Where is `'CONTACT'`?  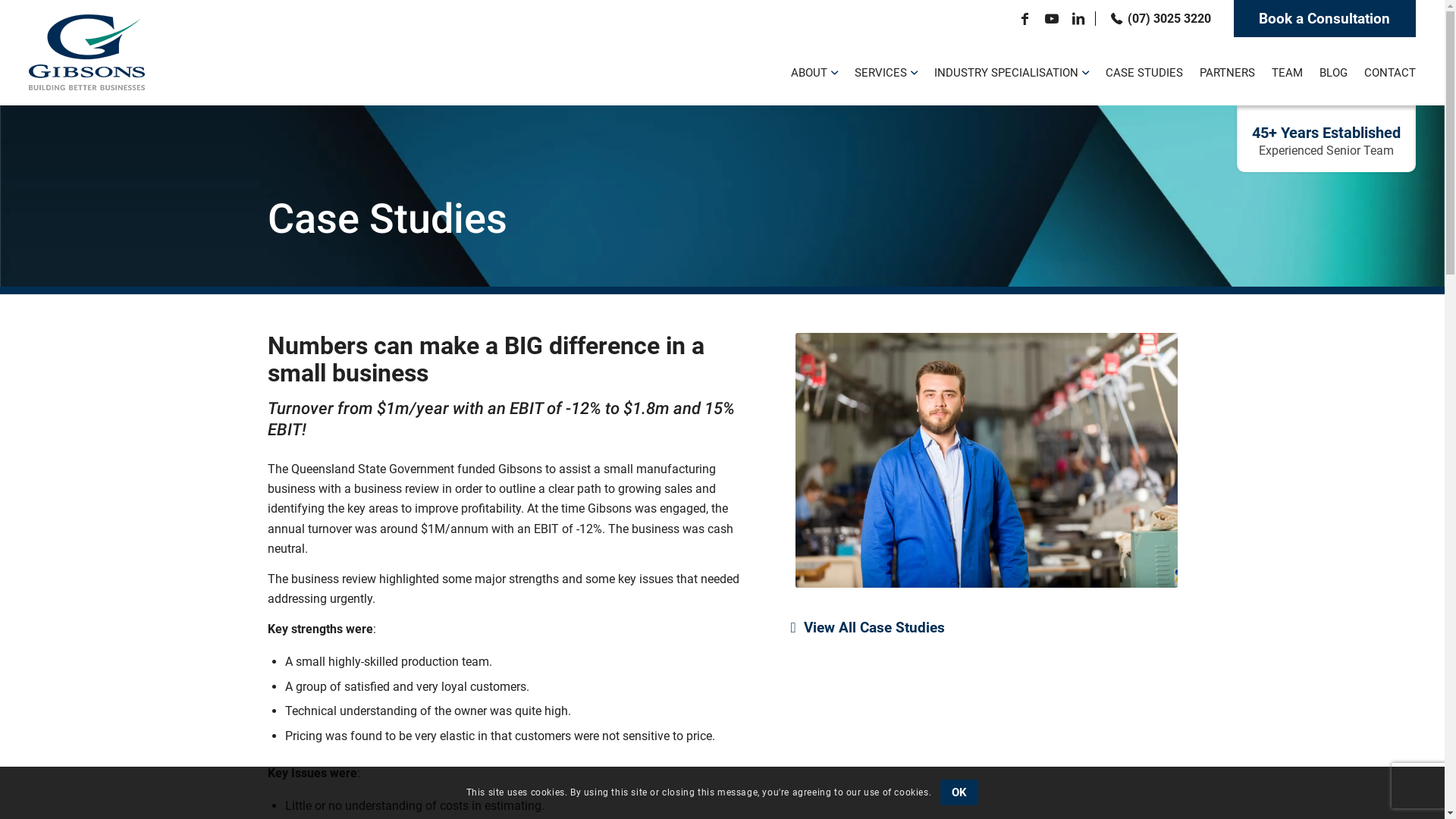 'CONTACT' is located at coordinates (1385, 71).